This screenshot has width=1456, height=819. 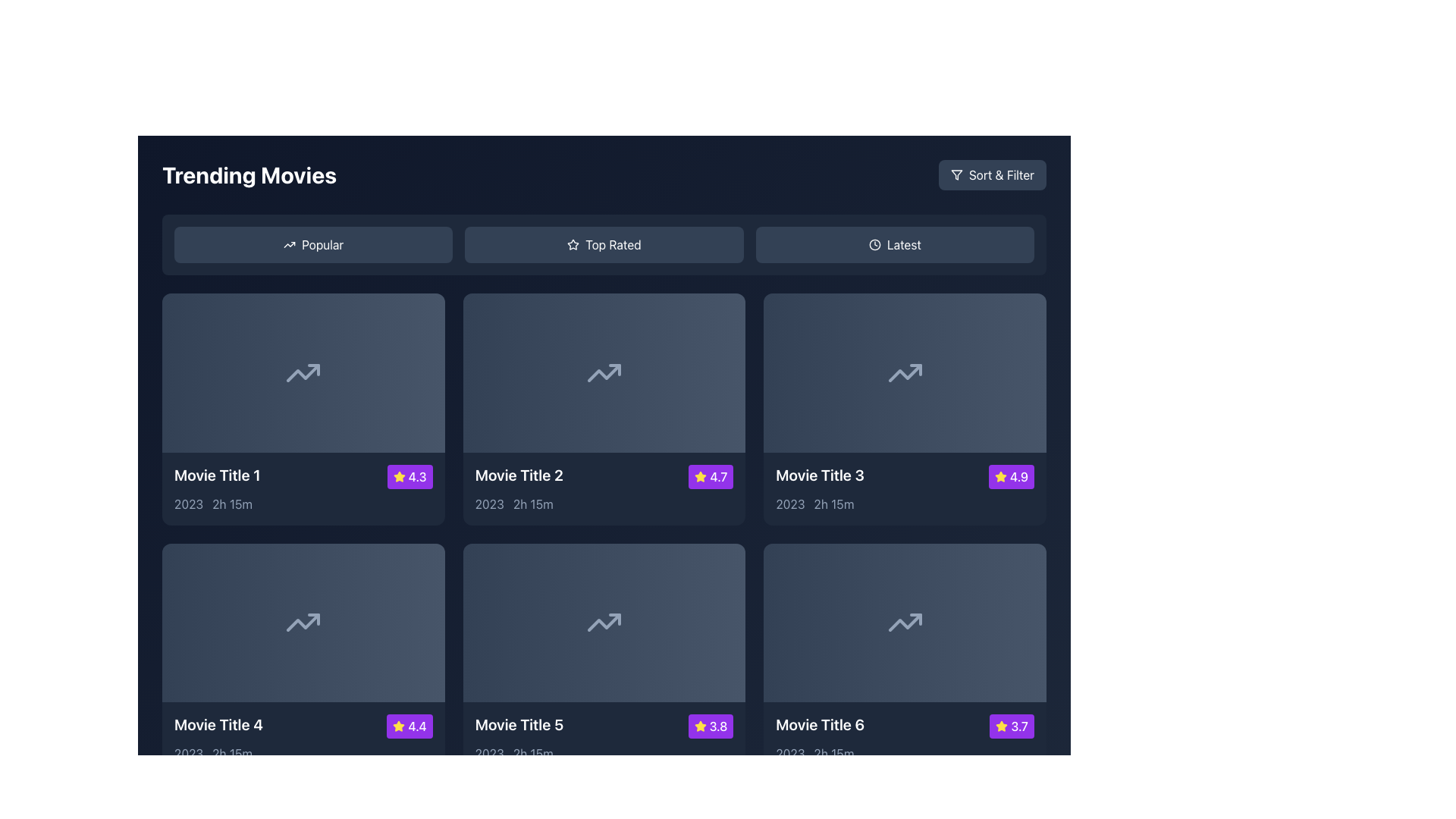 What do you see at coordinates (399, 475) in the screenshot?
I see `the yellow star icon on the purple background located in the bottom right corner of the card labeled 'Movie Title 1'` at bounding box center [399, 475].